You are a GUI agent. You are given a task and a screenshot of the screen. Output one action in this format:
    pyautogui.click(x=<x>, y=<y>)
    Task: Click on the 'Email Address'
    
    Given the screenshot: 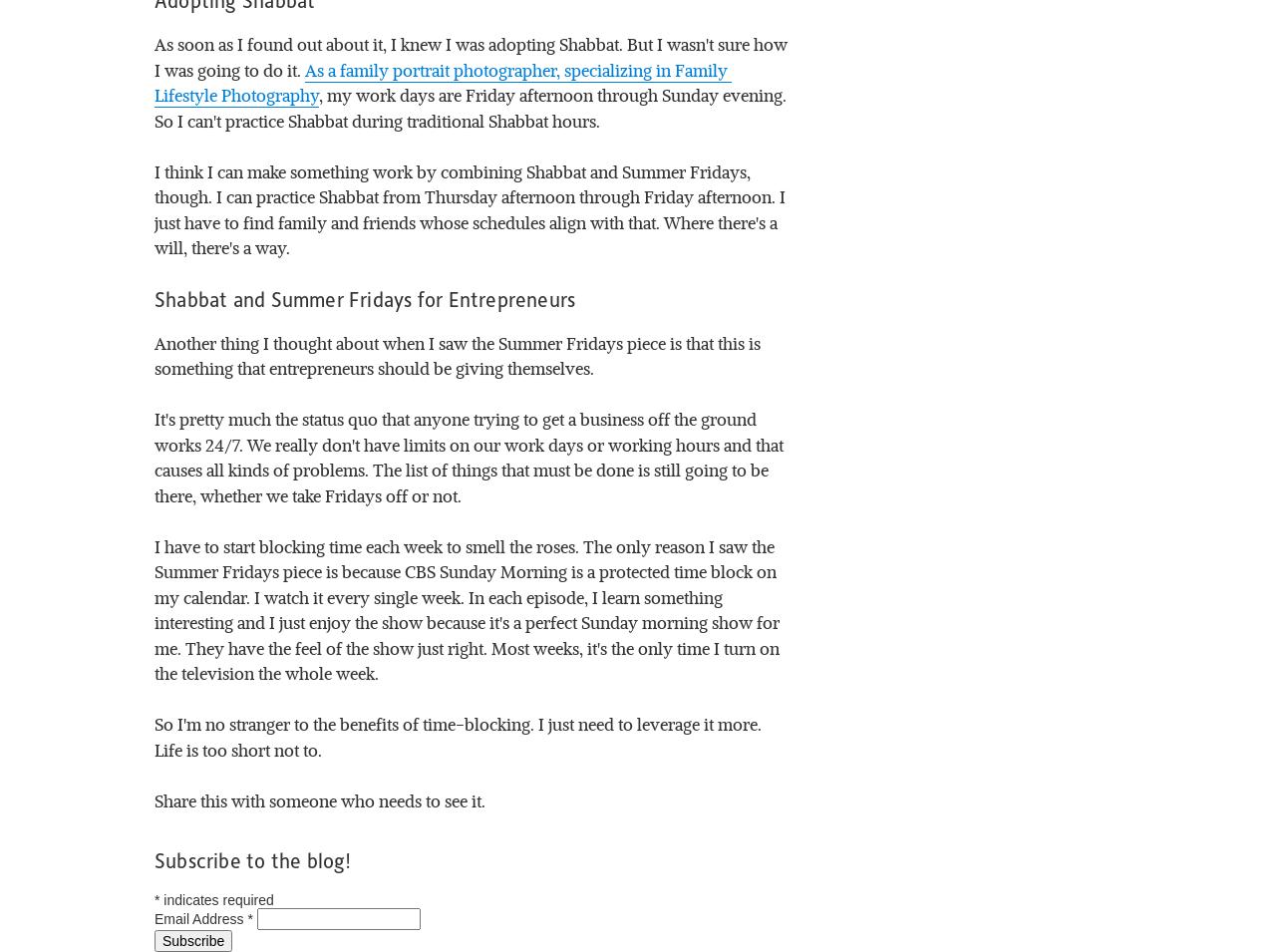 What is the action you would take?
    pyautogui.click(x=200, y=918)
    